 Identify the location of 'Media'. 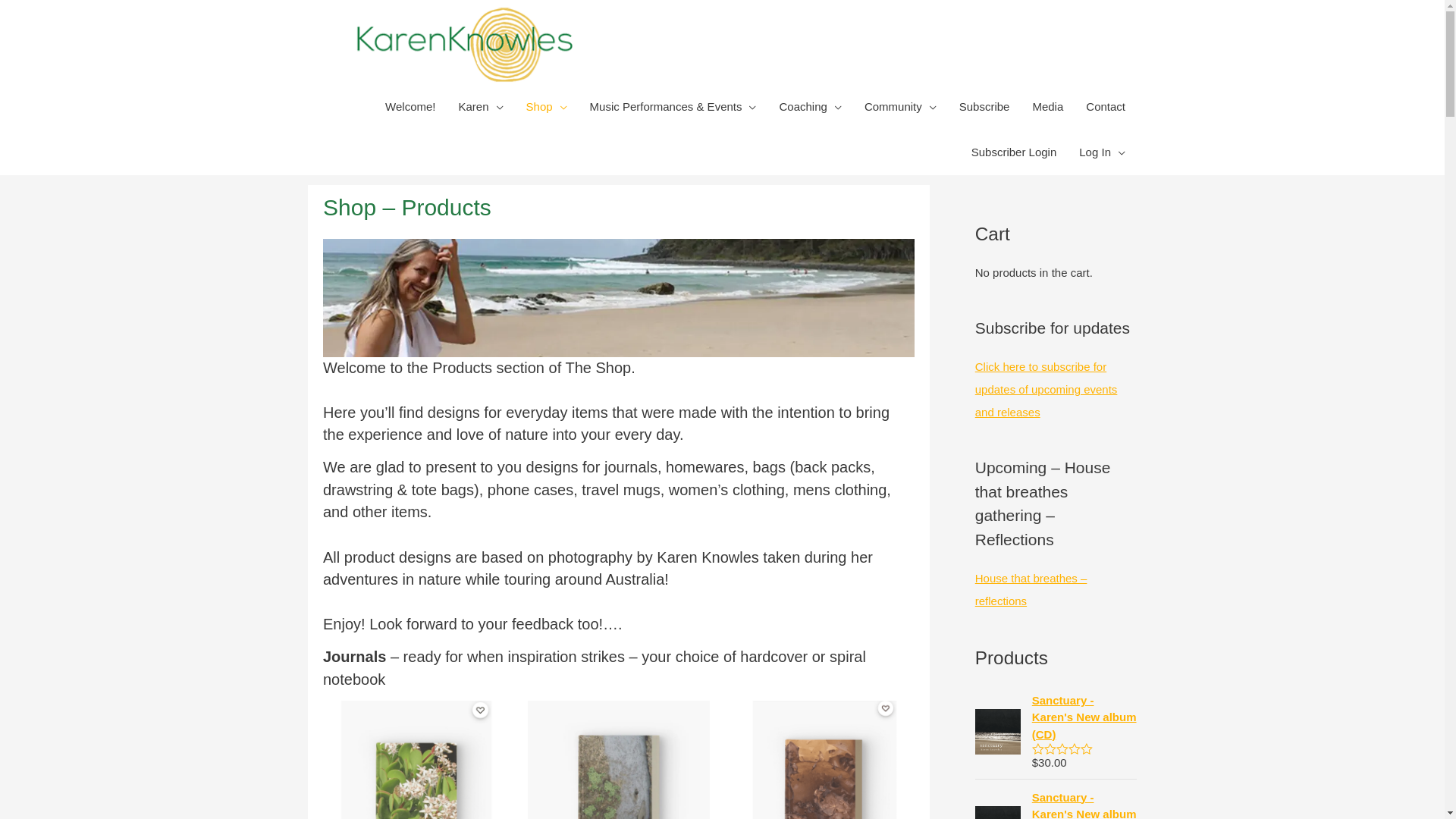
(1046, 106).